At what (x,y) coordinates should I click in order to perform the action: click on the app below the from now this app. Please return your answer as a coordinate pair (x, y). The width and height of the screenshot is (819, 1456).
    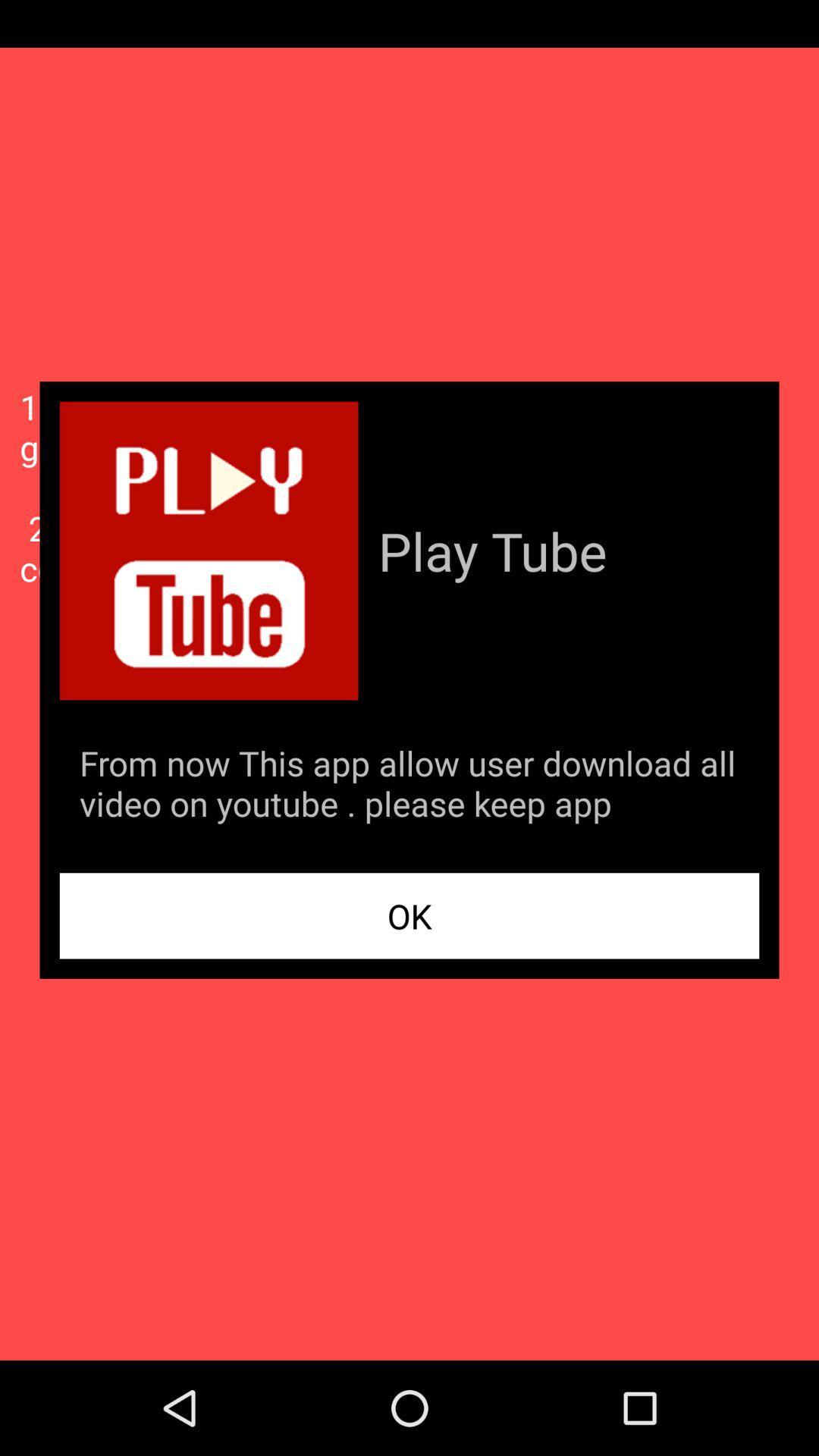
    Looking at the image, I should click on (409, 915).